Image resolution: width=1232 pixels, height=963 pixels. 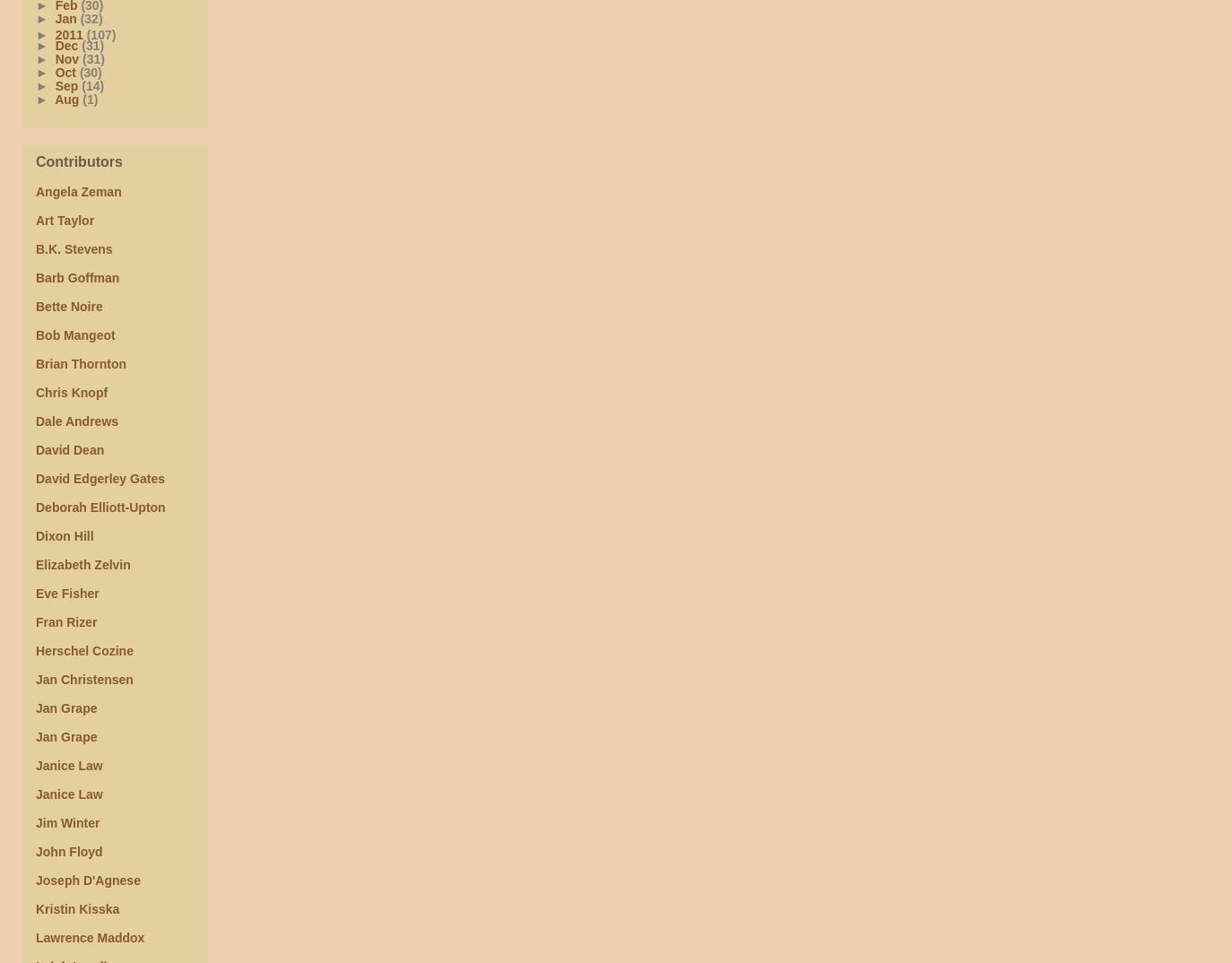 I want to click on 'B.K. Stevens', so click(x=73, y=248).